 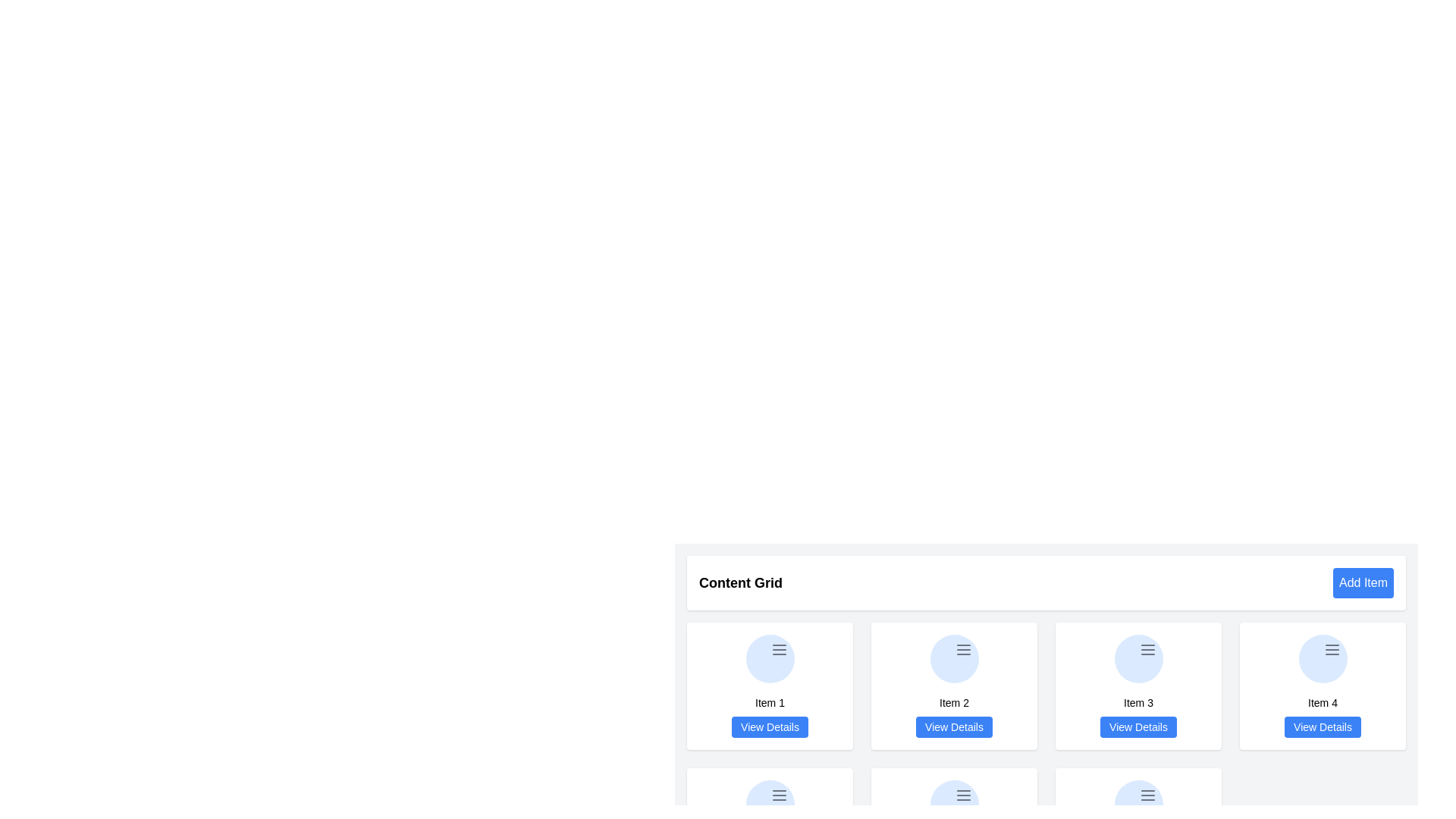 What do you see at coordinates (779, 648) in the screenshot?
I see `the menu icon located` at bounding box center [779, 648].